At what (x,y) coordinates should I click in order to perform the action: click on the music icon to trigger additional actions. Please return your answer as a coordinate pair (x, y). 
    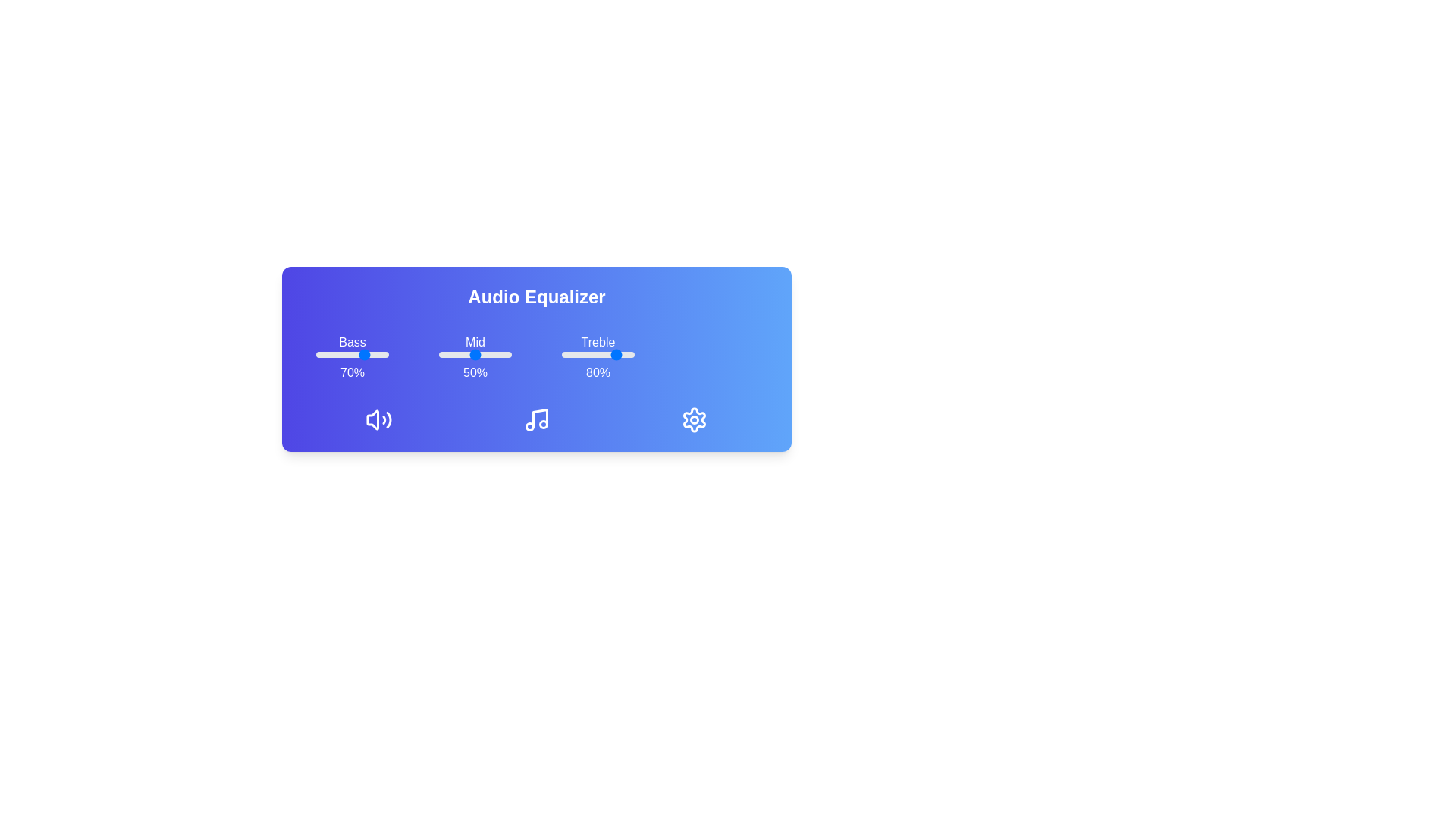
    Looking at the image, I should click on (537, 420).